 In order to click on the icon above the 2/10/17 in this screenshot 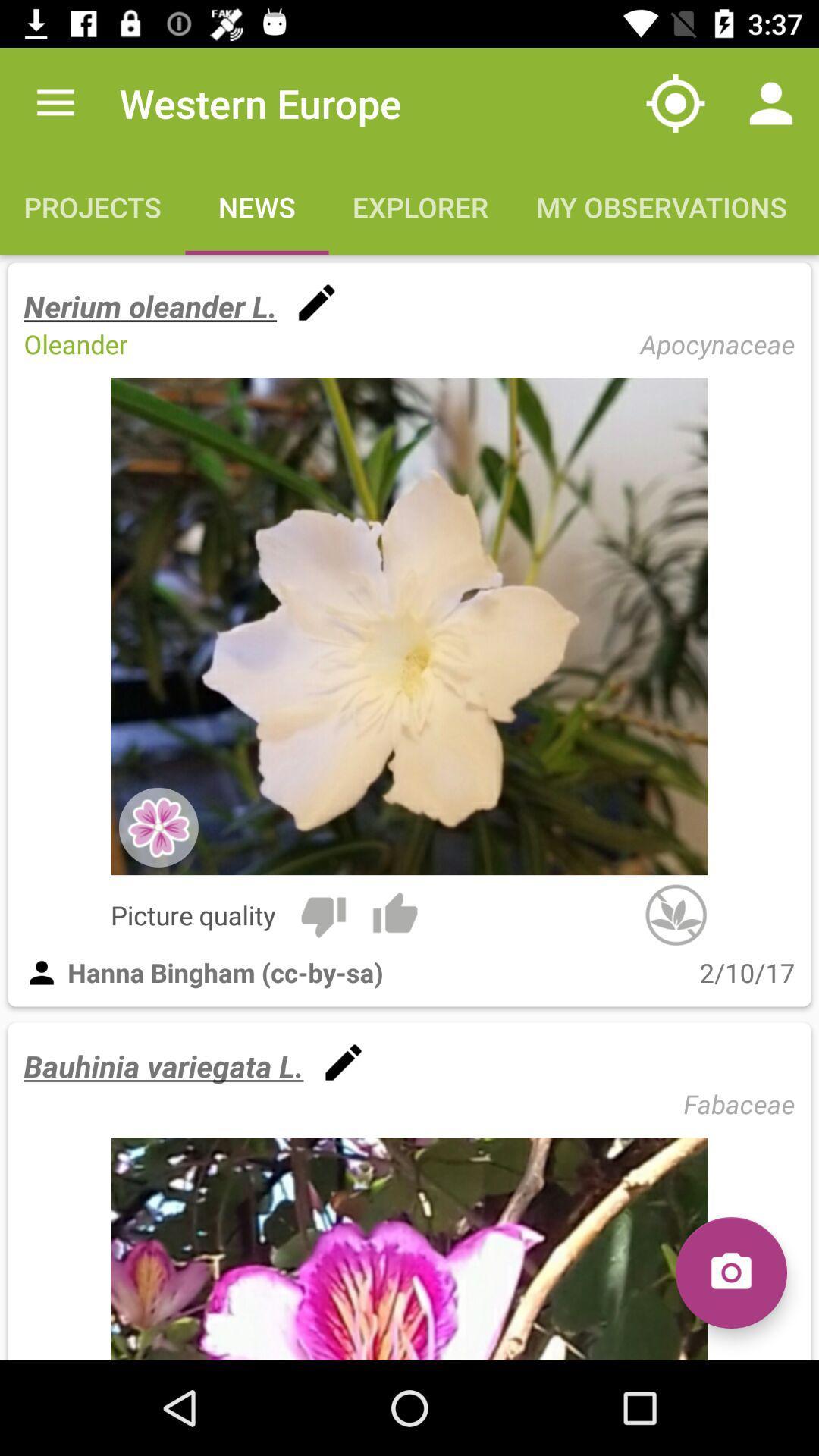, I will do `click(675, 914)`.